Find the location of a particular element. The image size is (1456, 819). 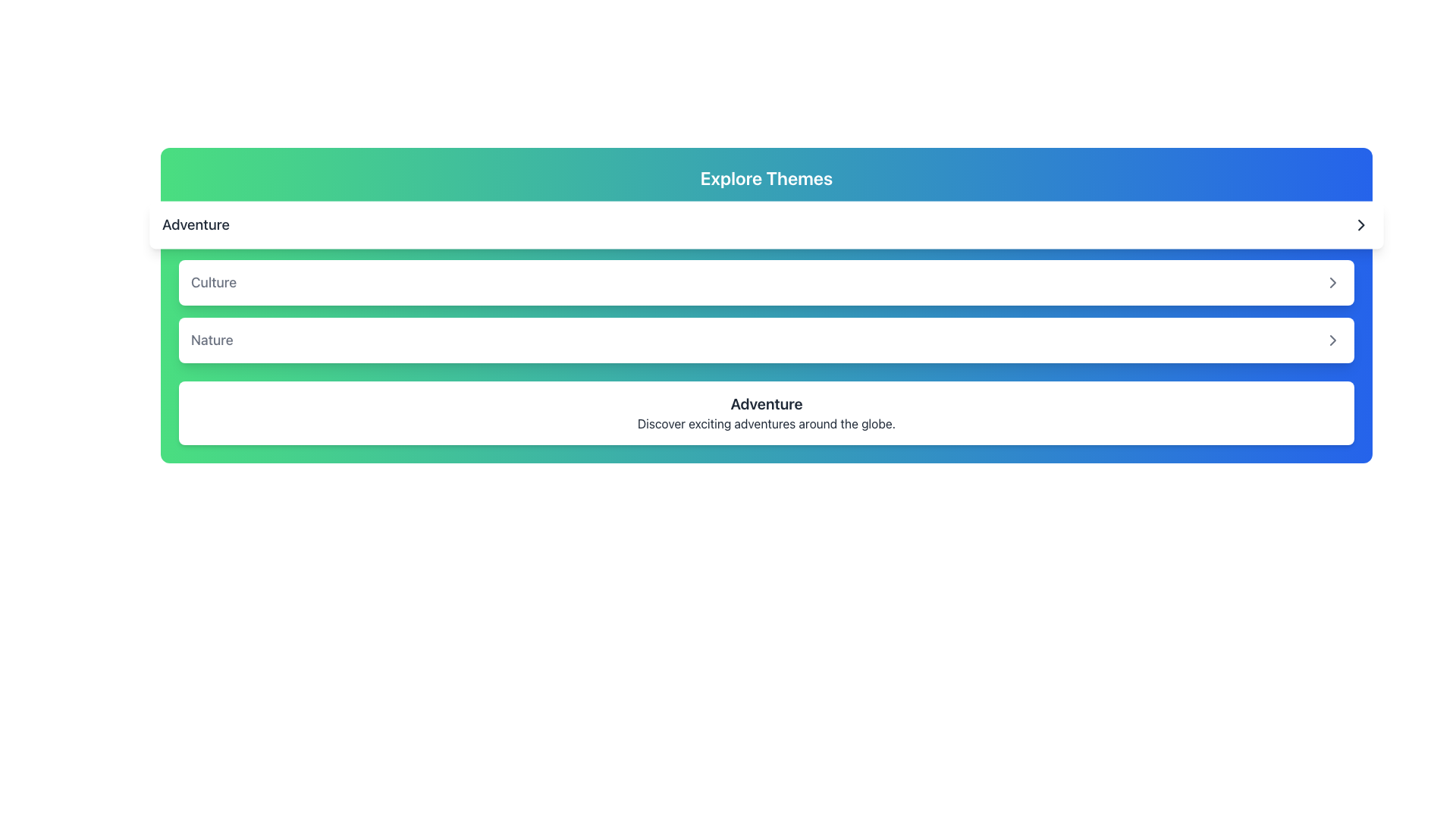

the right-pointing chevron icon located at the far right side of the 'Culture' list item row is located at coordinates (1332, 283).